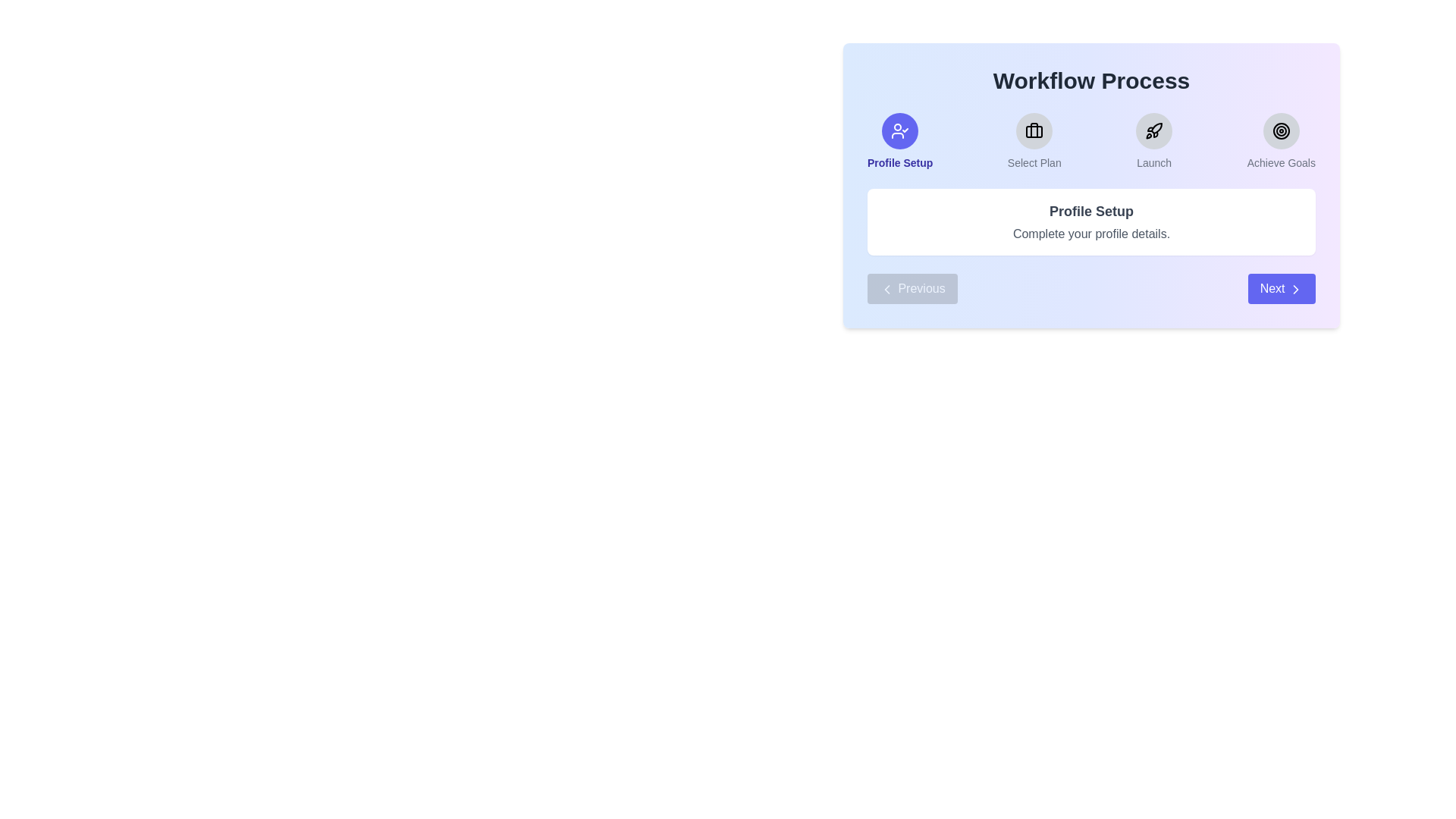 The width and height of the screenshot is (1456, 819). What do you see at coordinates (1034, 130) in the screenshot?
I see `the Select Plan step icon to view its details` at bounding box center [1034, 130].